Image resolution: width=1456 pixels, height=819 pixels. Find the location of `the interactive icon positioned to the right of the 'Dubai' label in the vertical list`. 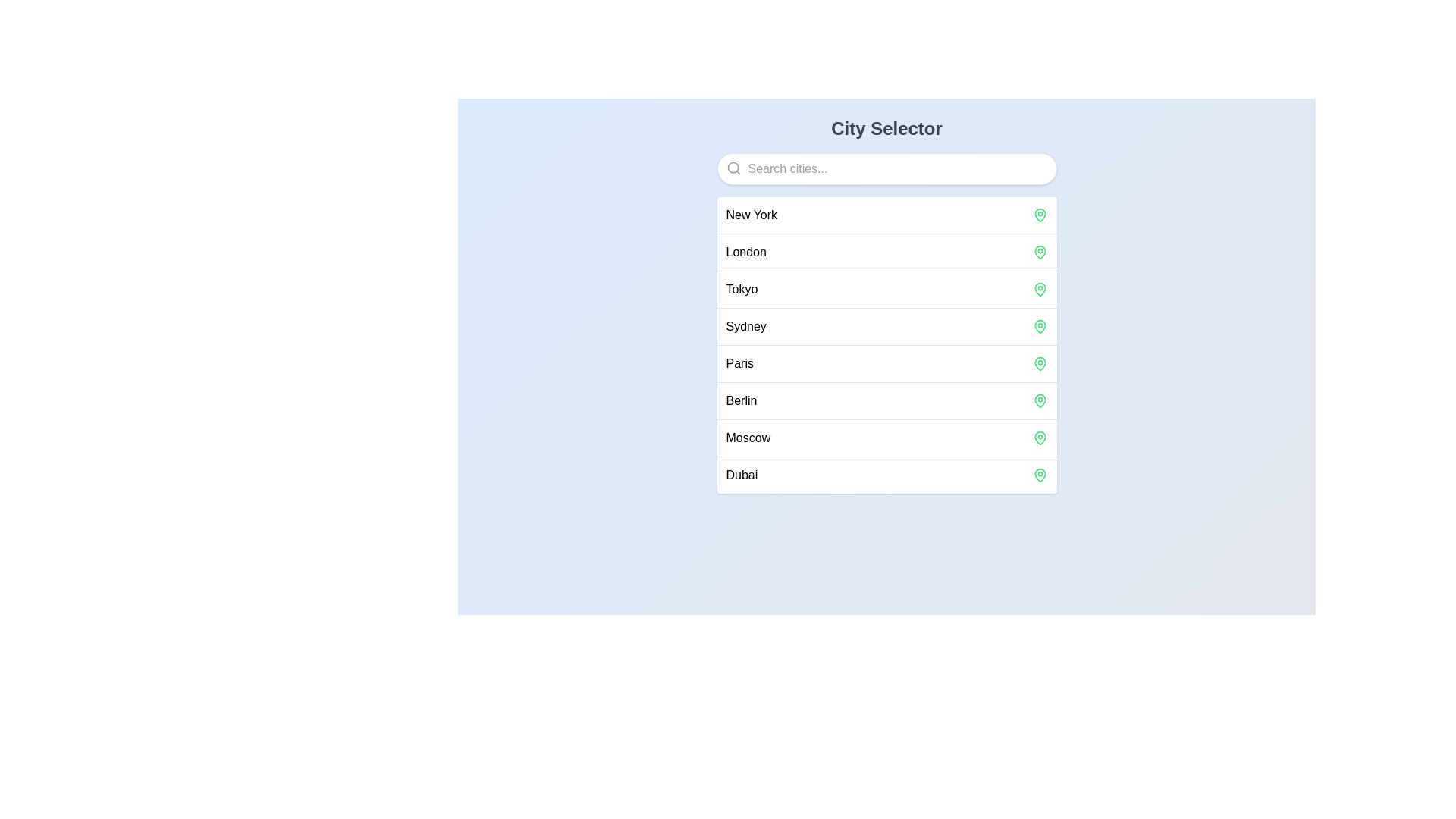

the interactive icon positioned to the right of the 'Dubai' label in the vertical list is located at coordinates (1039, 475).